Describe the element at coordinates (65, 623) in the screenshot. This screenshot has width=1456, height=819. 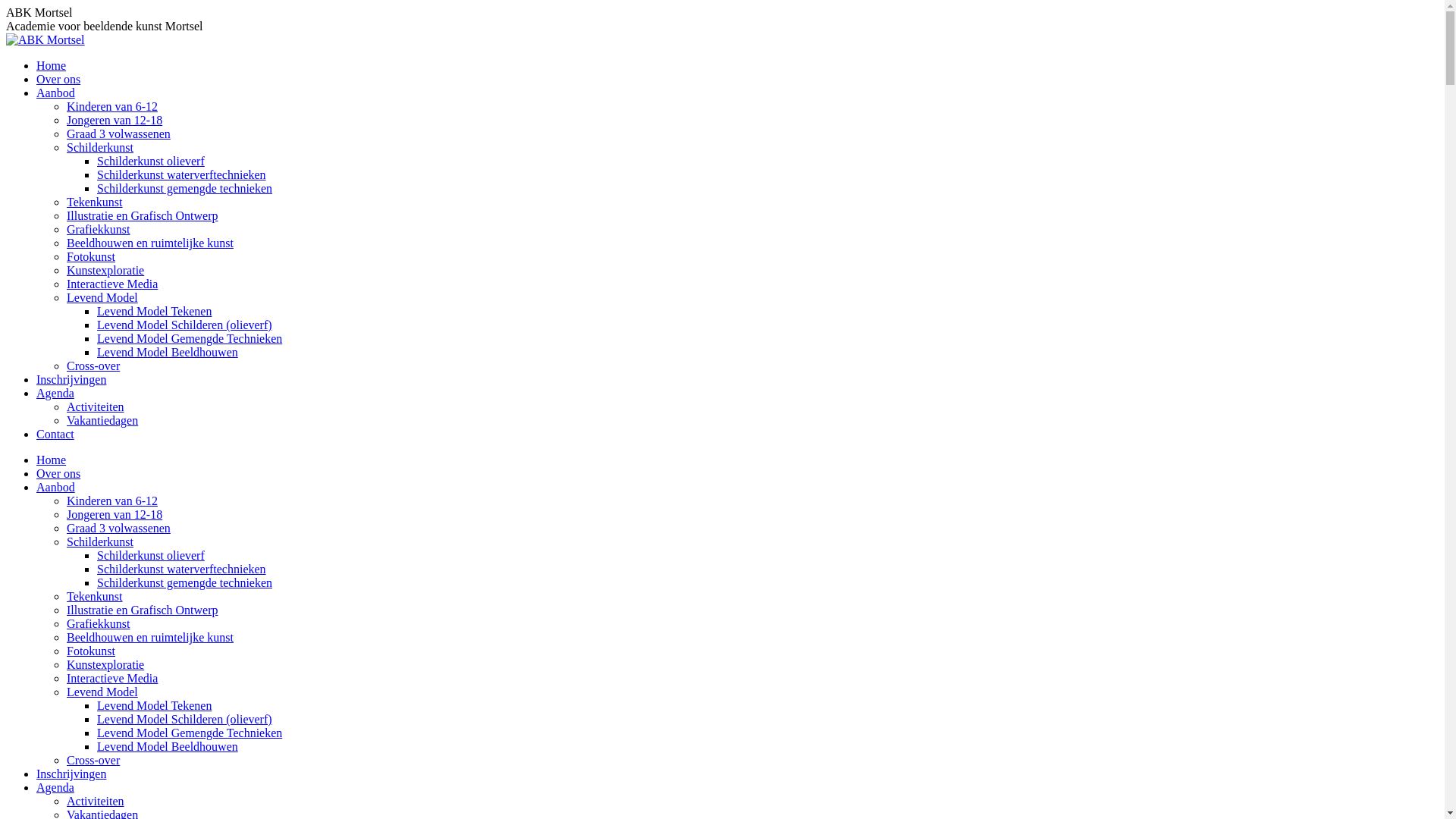
I see `'Grafiekkunst'` at that location.